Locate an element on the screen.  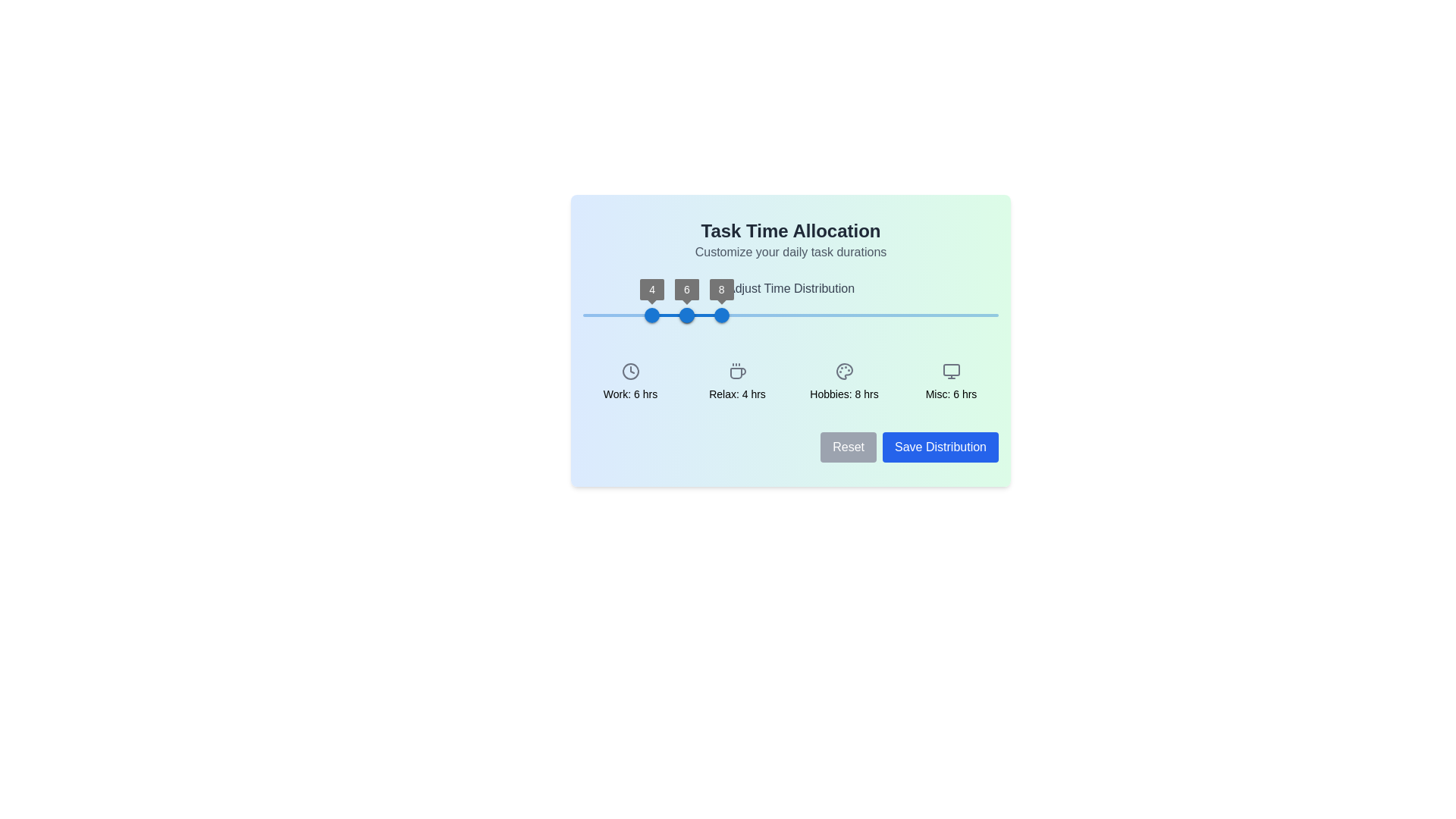
the Text Label that serves as a title or heading for the section, located above the text 'Customize your daily task durations' is located at coordinates (789, 231).